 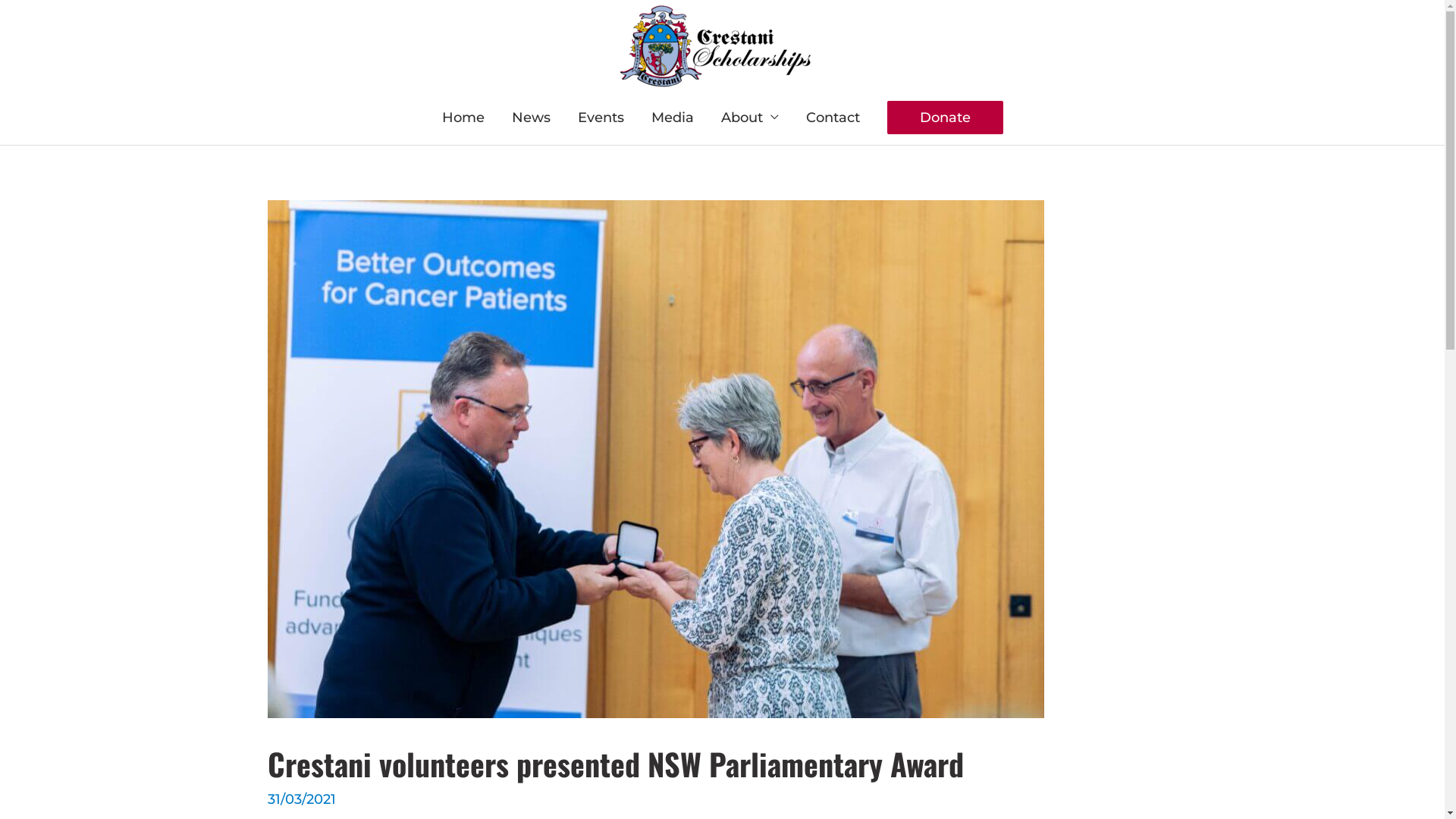 What do you see at coordinates (831, 116) in the screenshot?
I see `'Contact'` at bounding box center [831, 116].